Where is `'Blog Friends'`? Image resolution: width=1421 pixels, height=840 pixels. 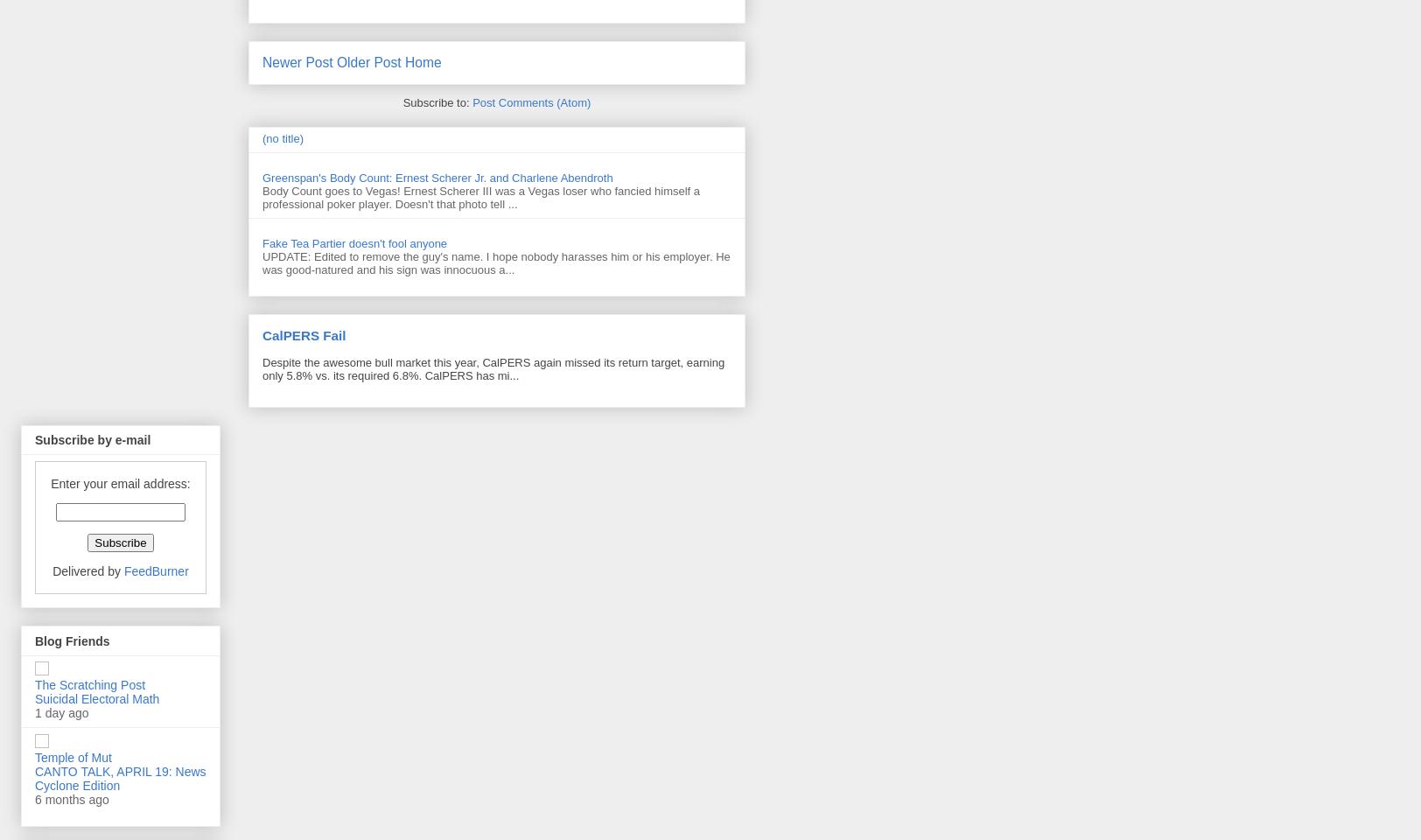
'Blog Friends' is located at coordinates (72, 640).